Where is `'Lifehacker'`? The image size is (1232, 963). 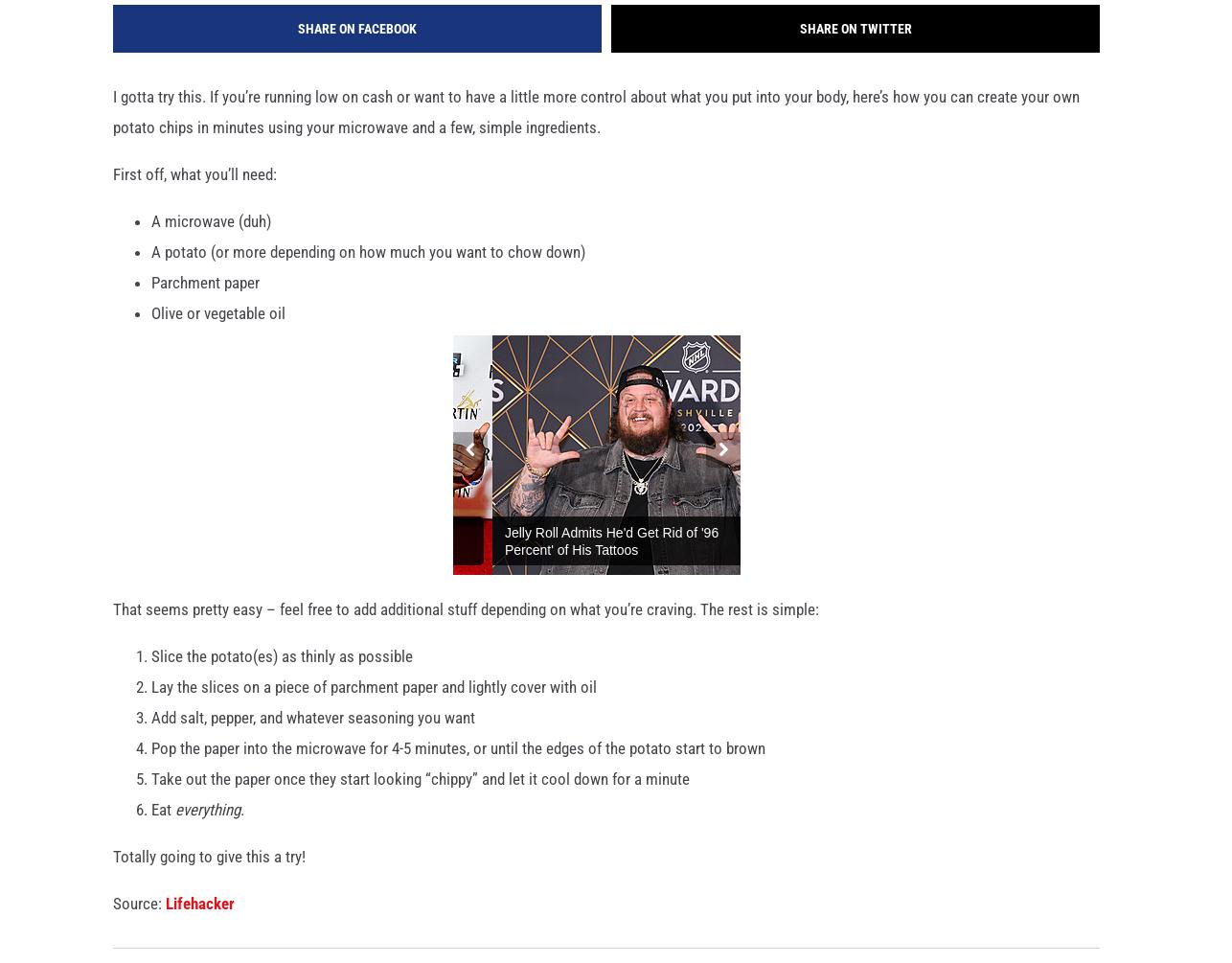
'Lifehacker' is located at coordinates (199, 911).